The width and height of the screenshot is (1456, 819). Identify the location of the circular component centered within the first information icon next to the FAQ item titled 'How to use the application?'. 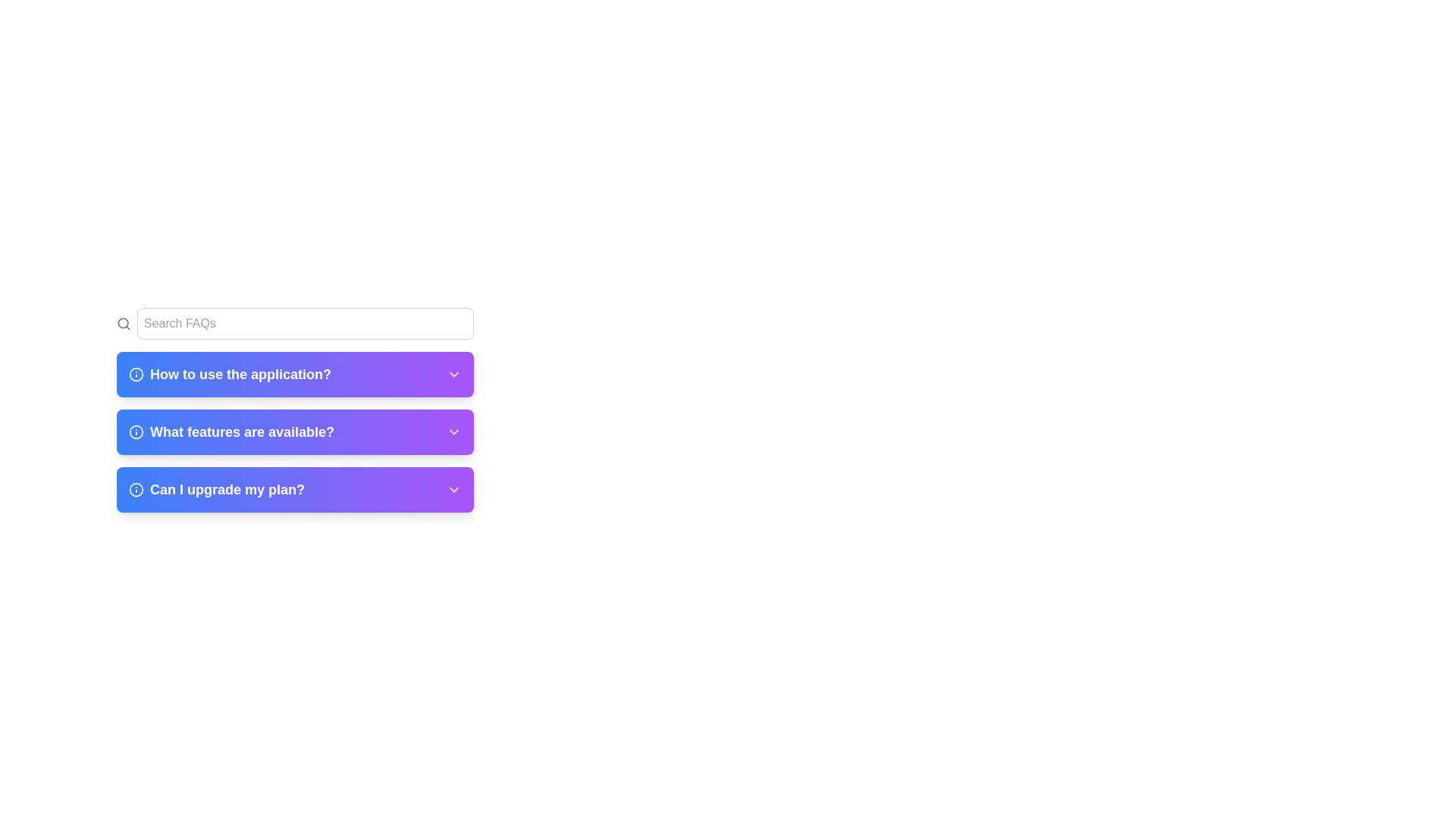
(136, 374).